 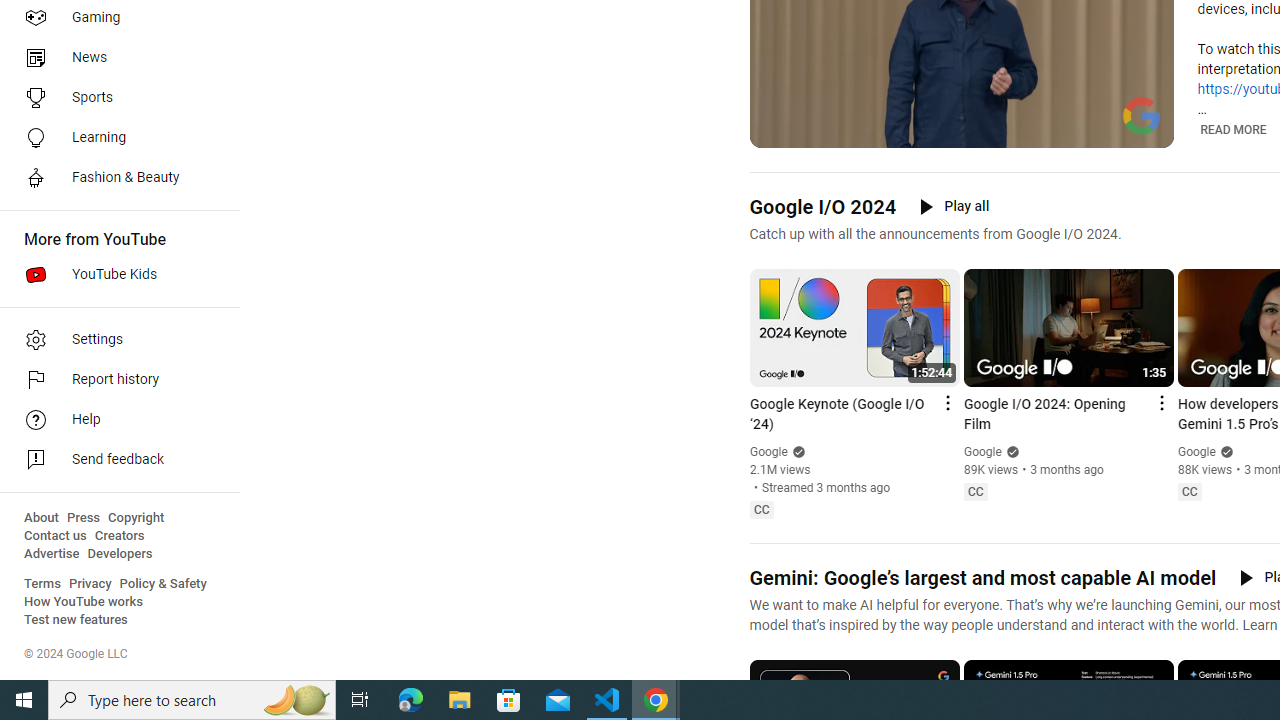 I want to click on 'YouTube Kids', so click(x=112, y=275).